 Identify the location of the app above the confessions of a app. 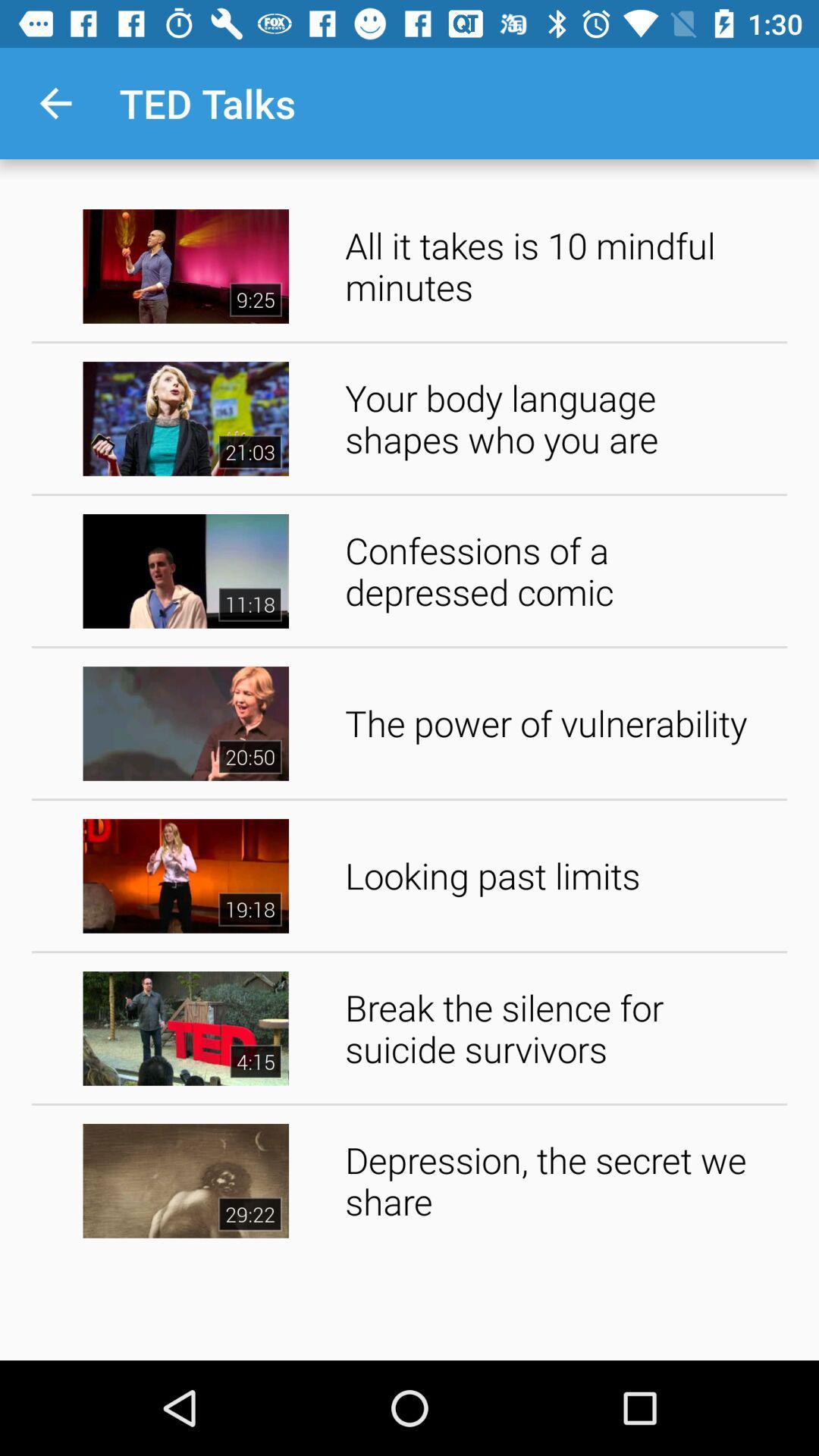
(560, 419).